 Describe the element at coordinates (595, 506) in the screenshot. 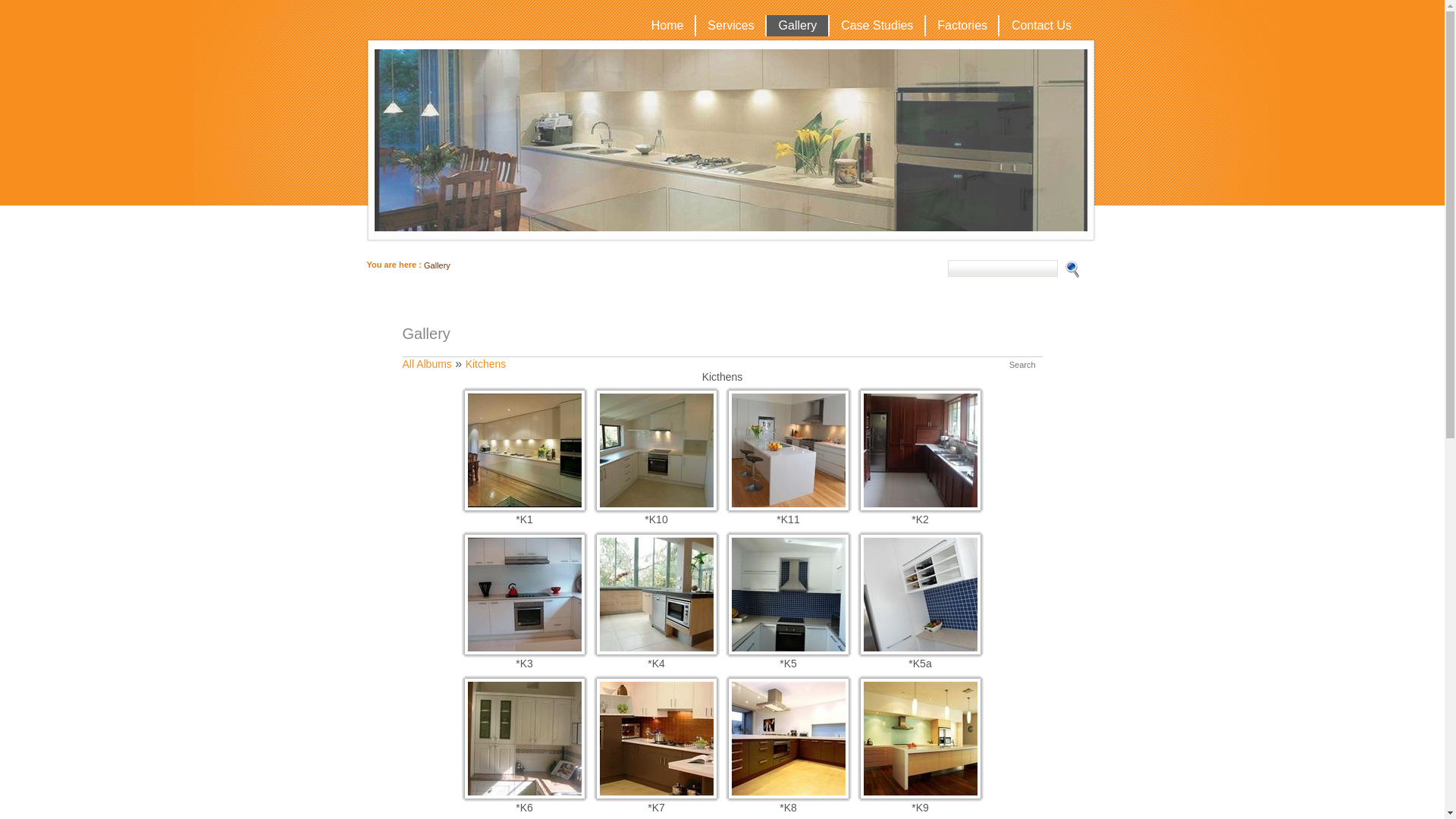

I see `'*K10'` at that location.